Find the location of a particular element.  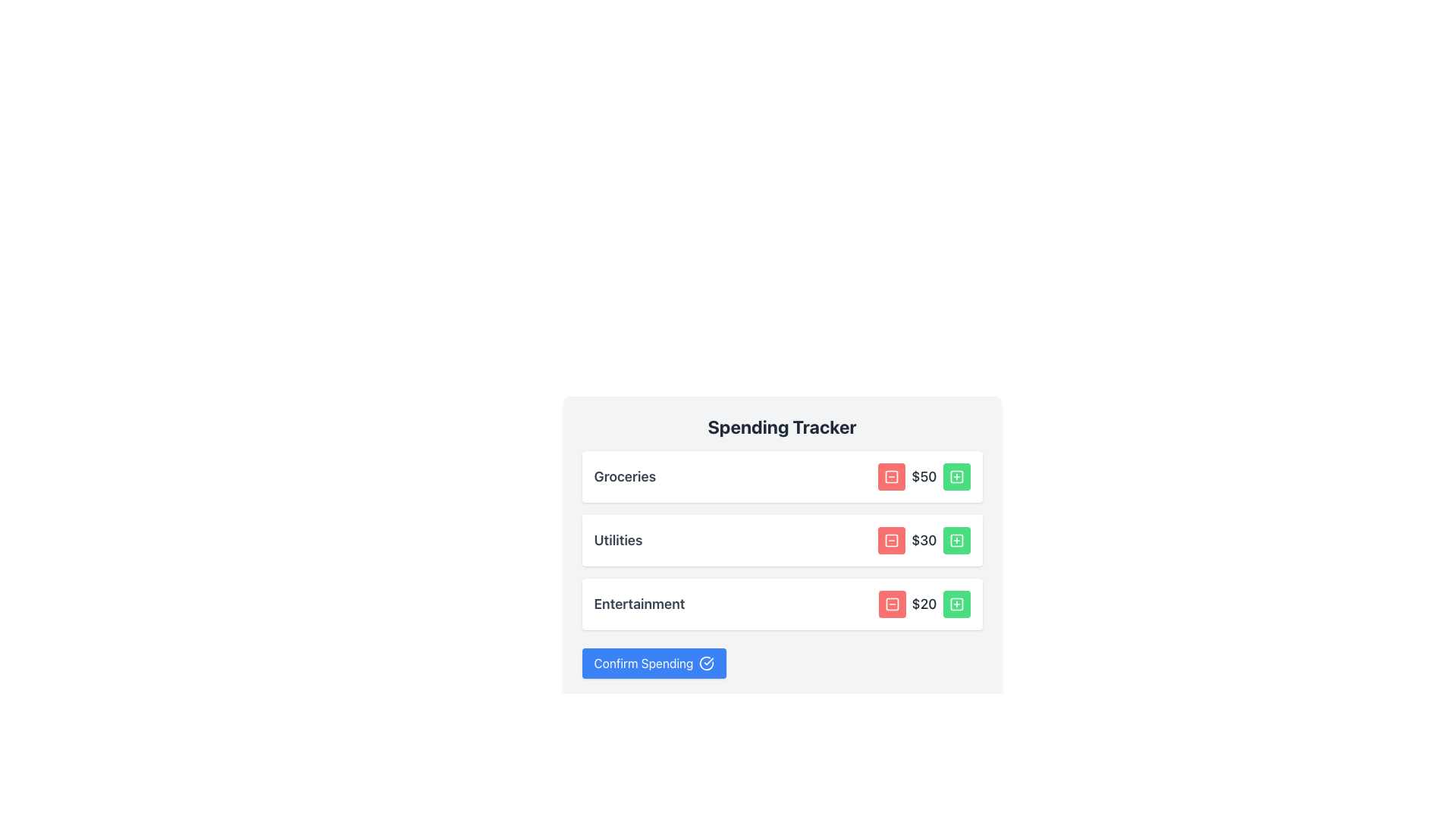

the rightmost green icon (square-plus) in the middle row of the Utilities section is located at coordinates (955, 540).